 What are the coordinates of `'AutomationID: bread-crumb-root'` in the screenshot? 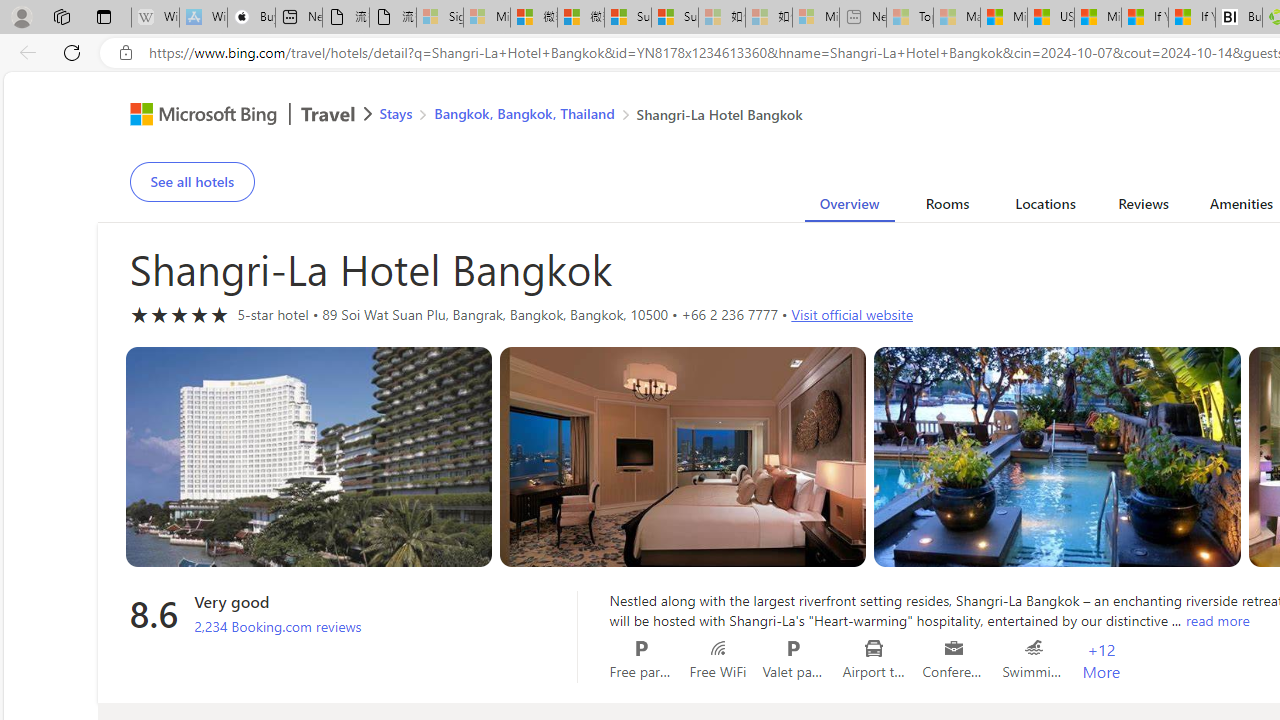 It's located at (577, 117).